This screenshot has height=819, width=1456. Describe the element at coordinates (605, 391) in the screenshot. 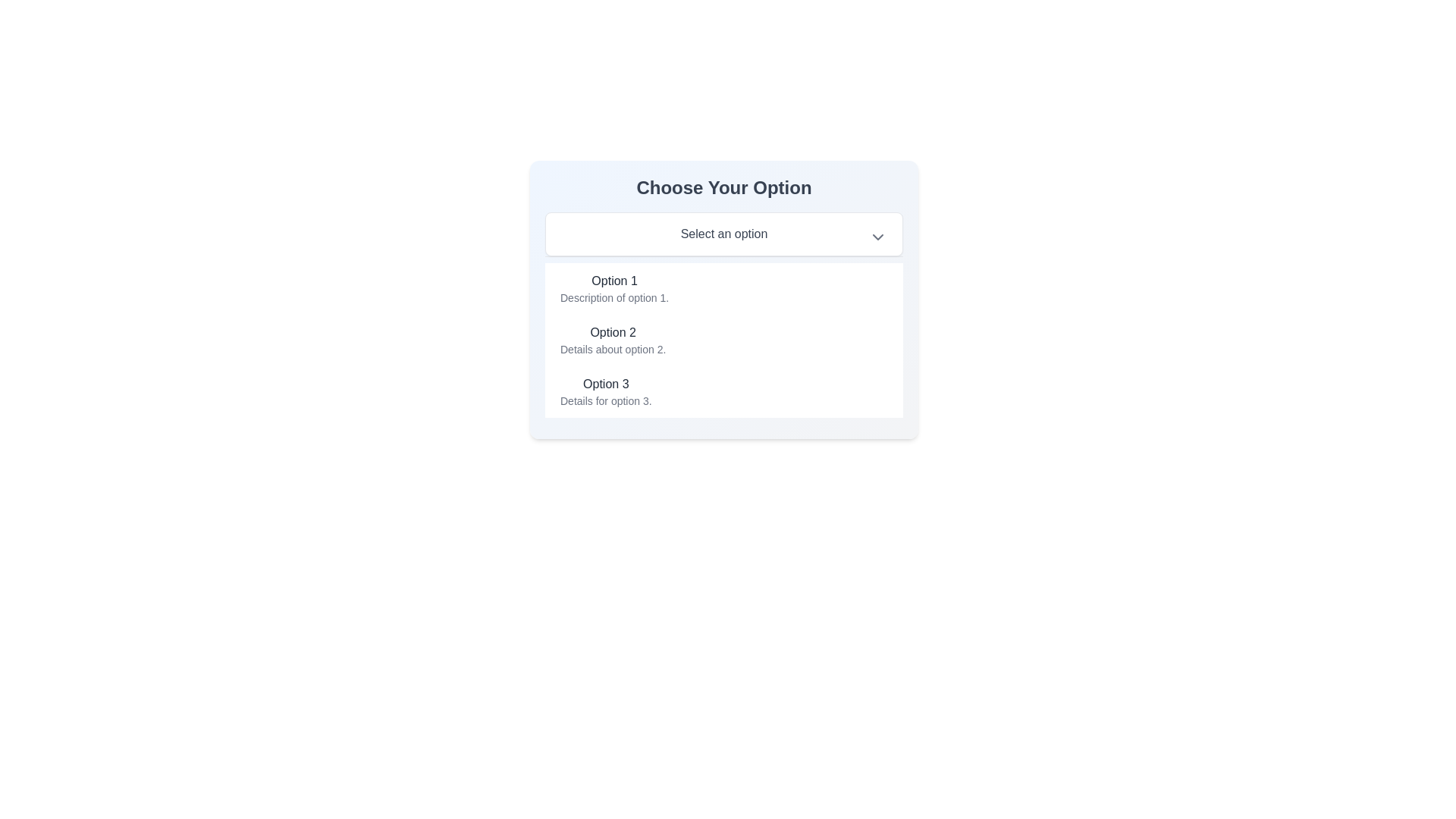

I see `the 'Option 3' list item` at that location.